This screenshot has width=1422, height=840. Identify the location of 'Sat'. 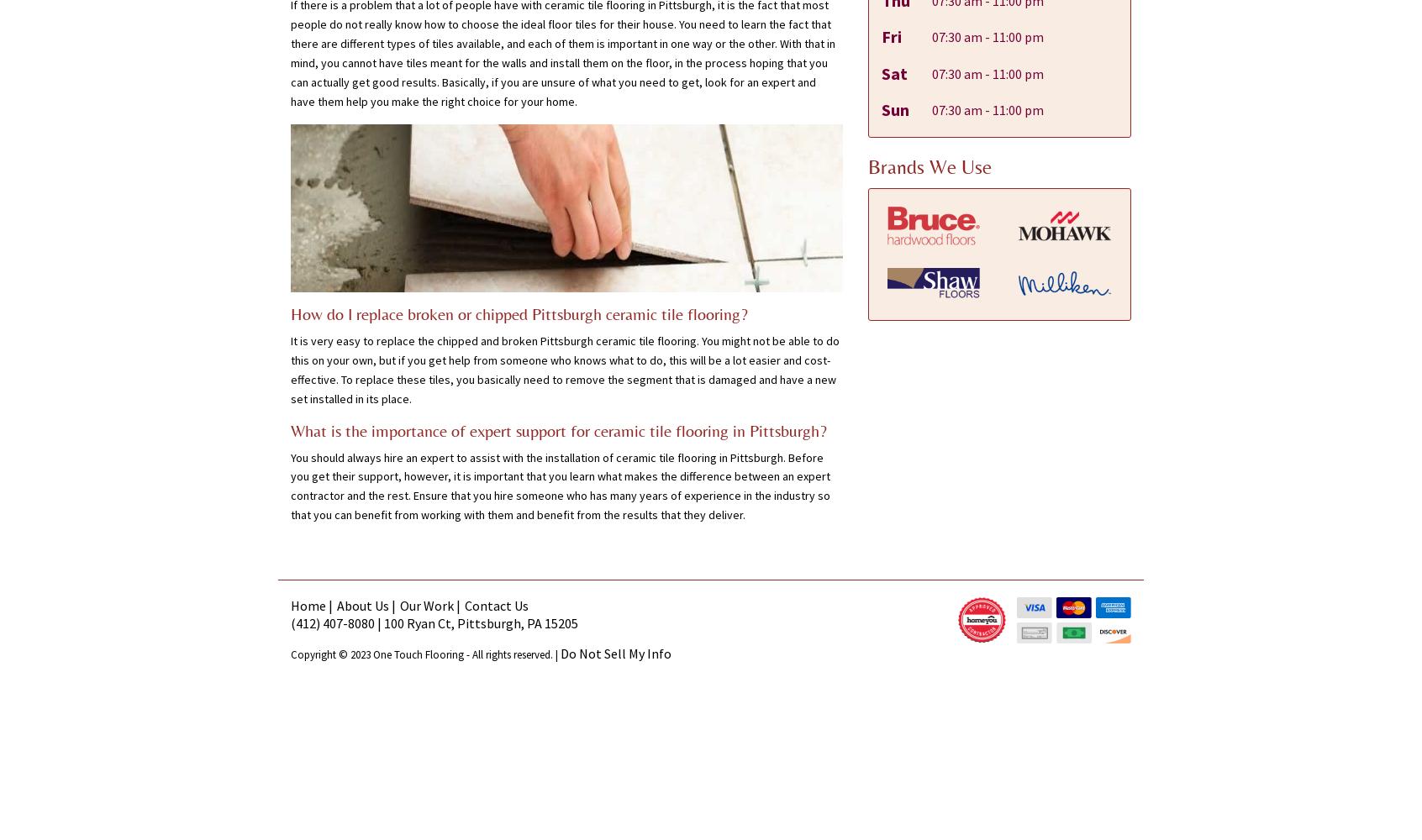
(893, 71).